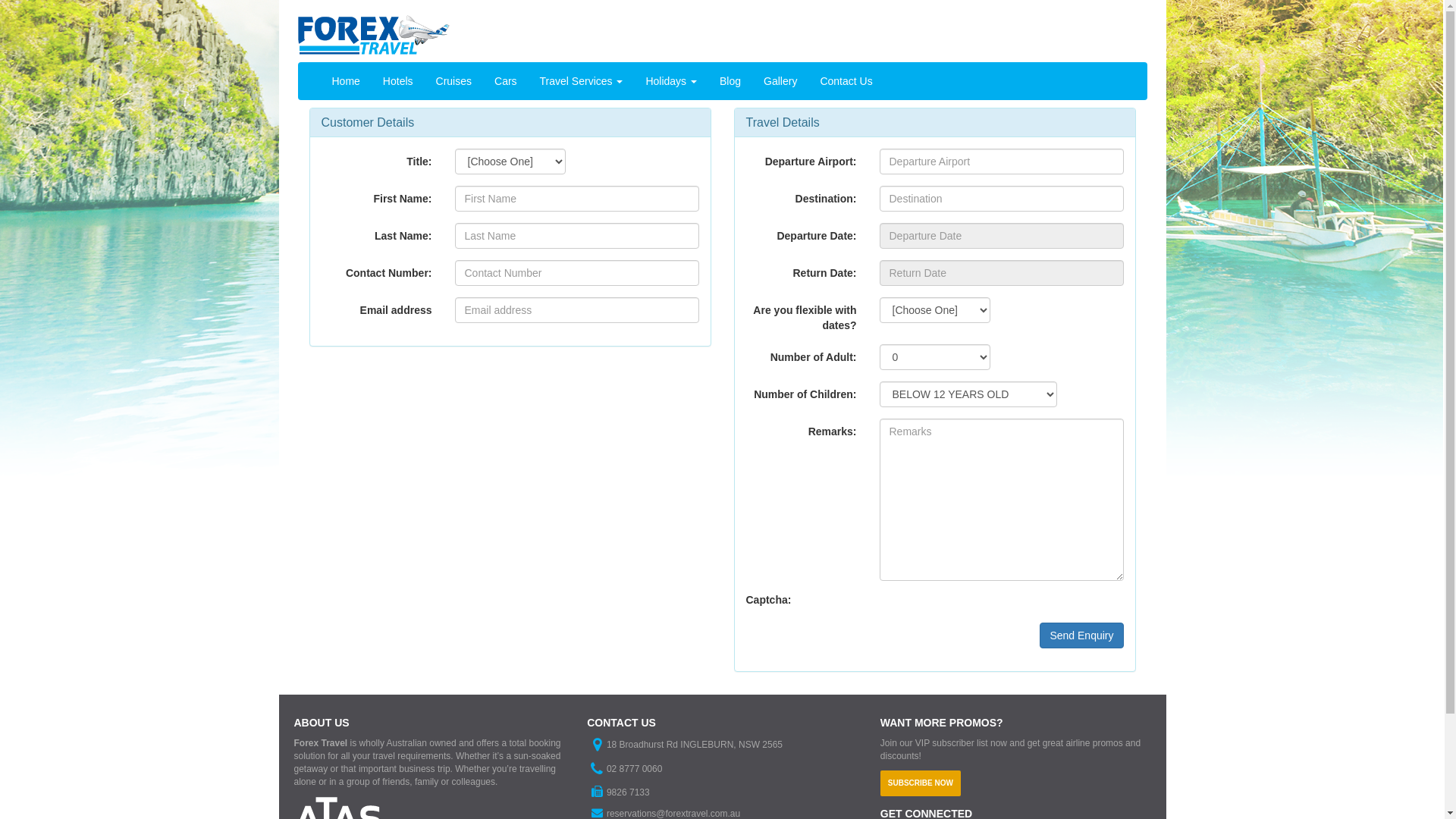 The height and width of the screenshot is (819, 1456). Describe the element at coordinates (453, 81) in the screenshot. I see `'Cruises'` at that location.